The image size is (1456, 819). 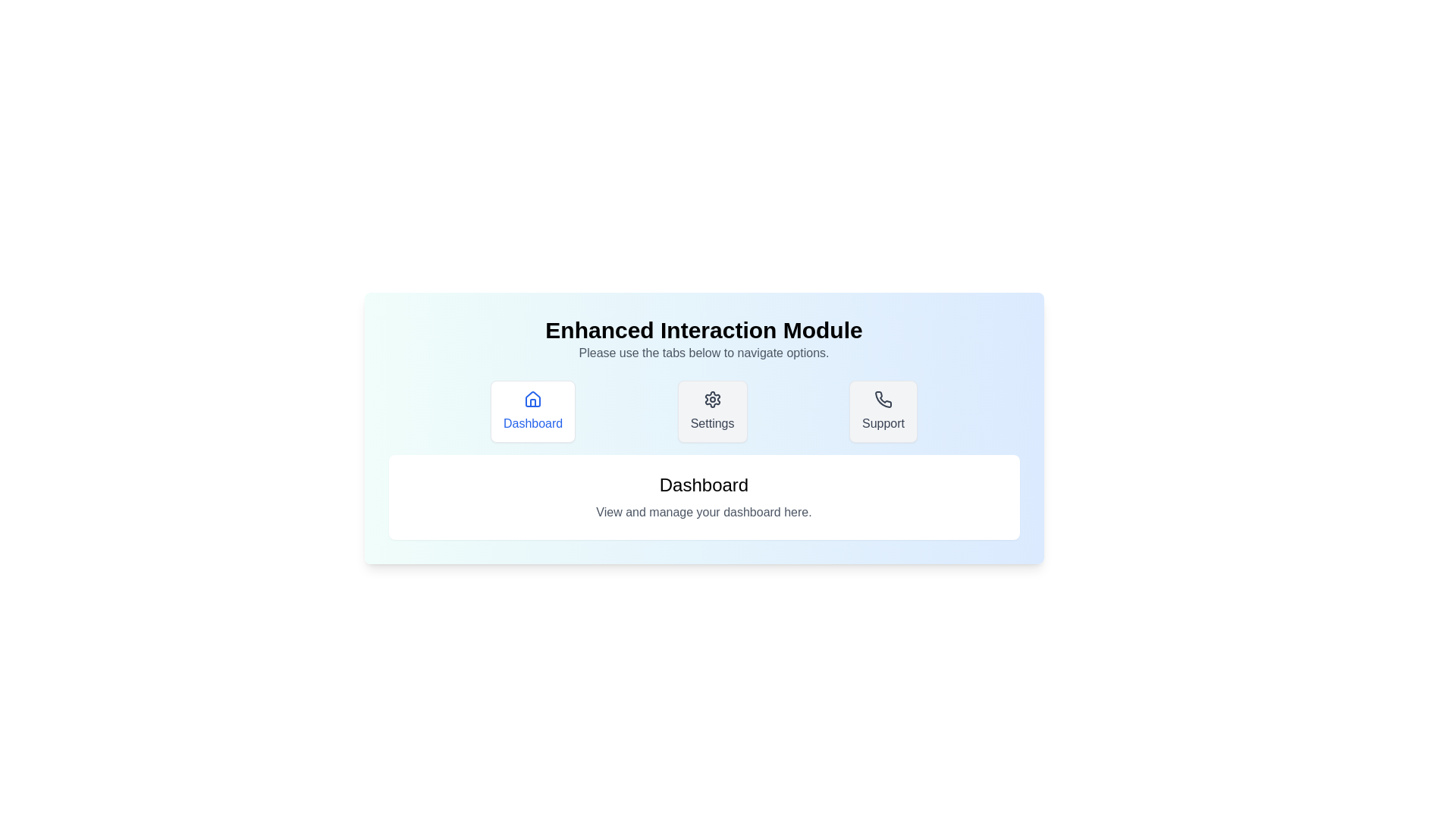 What do you see at coordinates (532, 412) in the screenshot?
I see `the Dashboard tab to activate it` at bounding box center [532, 412].